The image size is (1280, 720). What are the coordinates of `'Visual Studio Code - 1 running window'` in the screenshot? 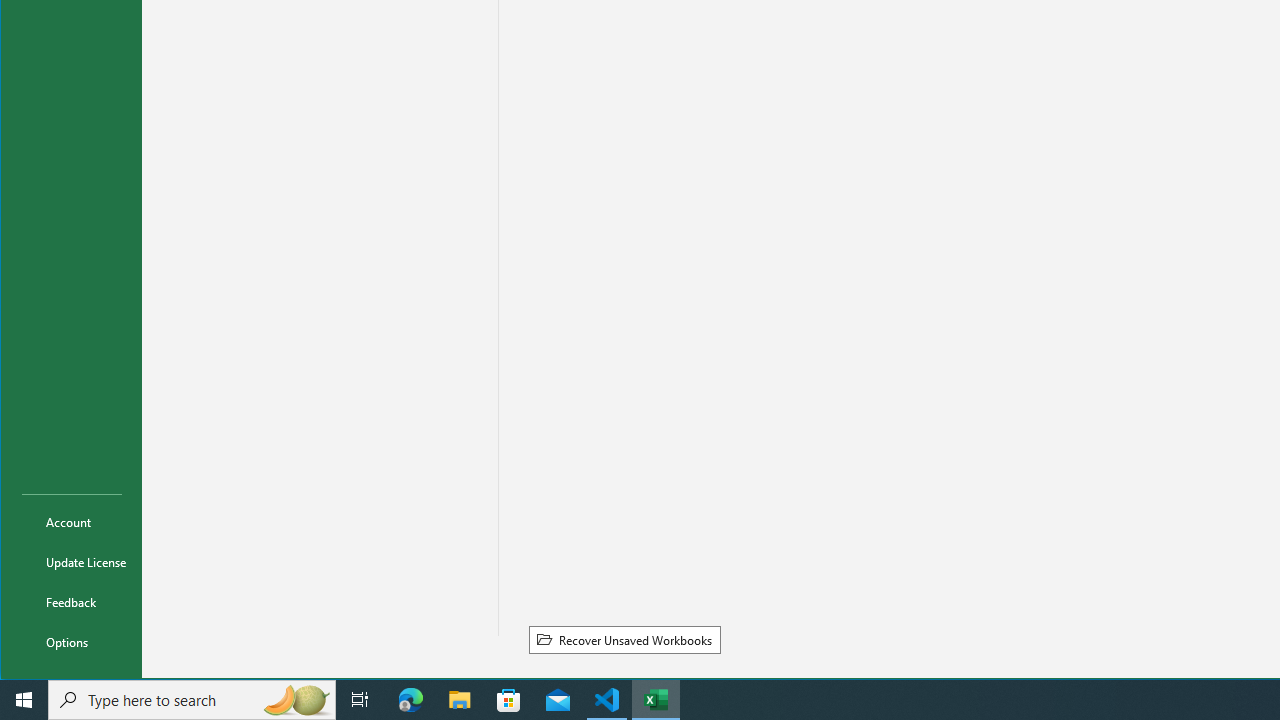 It's located at (606, 698).